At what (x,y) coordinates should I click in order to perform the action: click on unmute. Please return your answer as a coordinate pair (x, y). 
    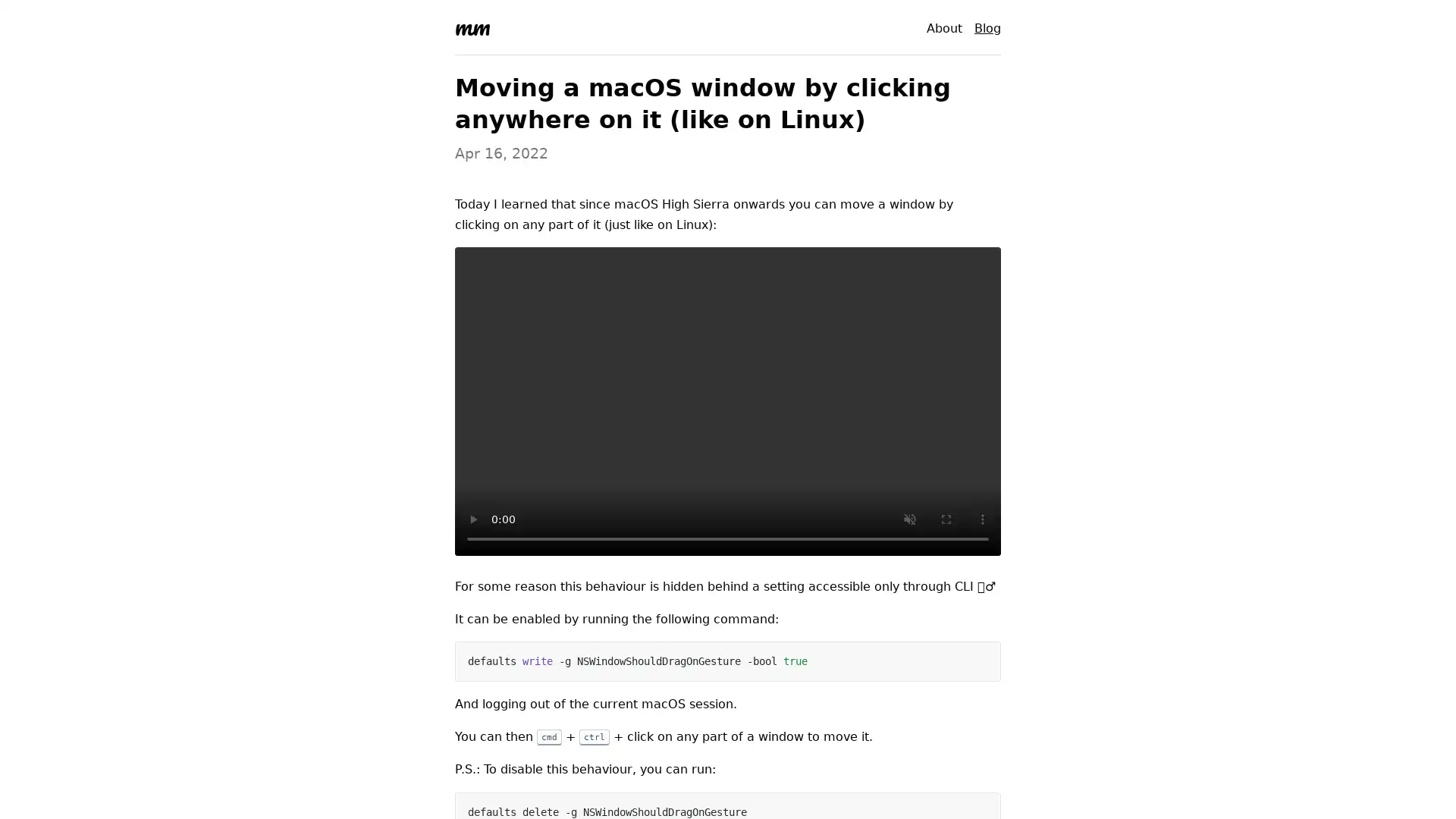
    Looking at the image, I should click on (910, 519).